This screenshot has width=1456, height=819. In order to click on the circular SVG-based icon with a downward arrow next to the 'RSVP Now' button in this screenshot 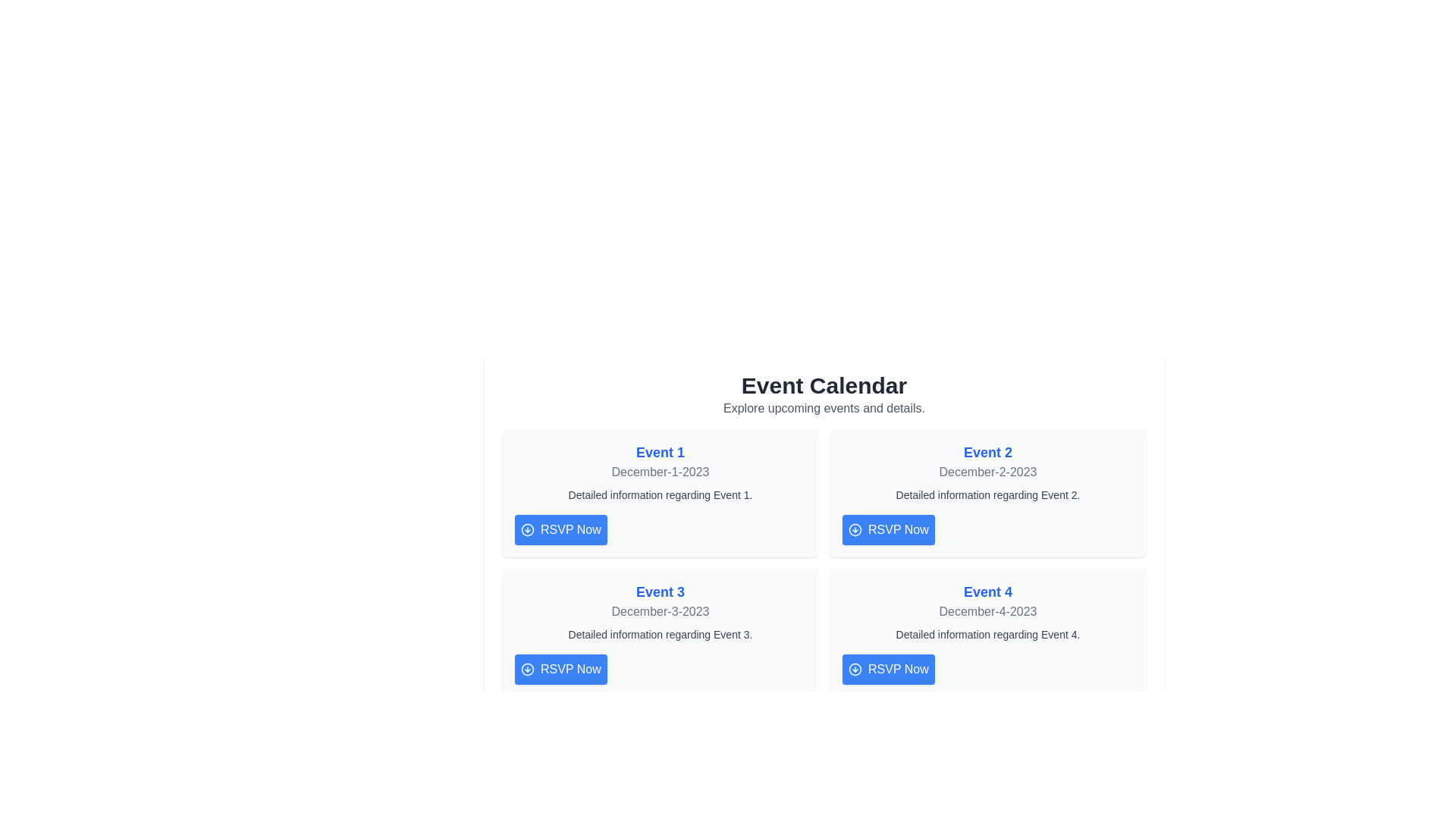, I will do `click(855, 669)`.